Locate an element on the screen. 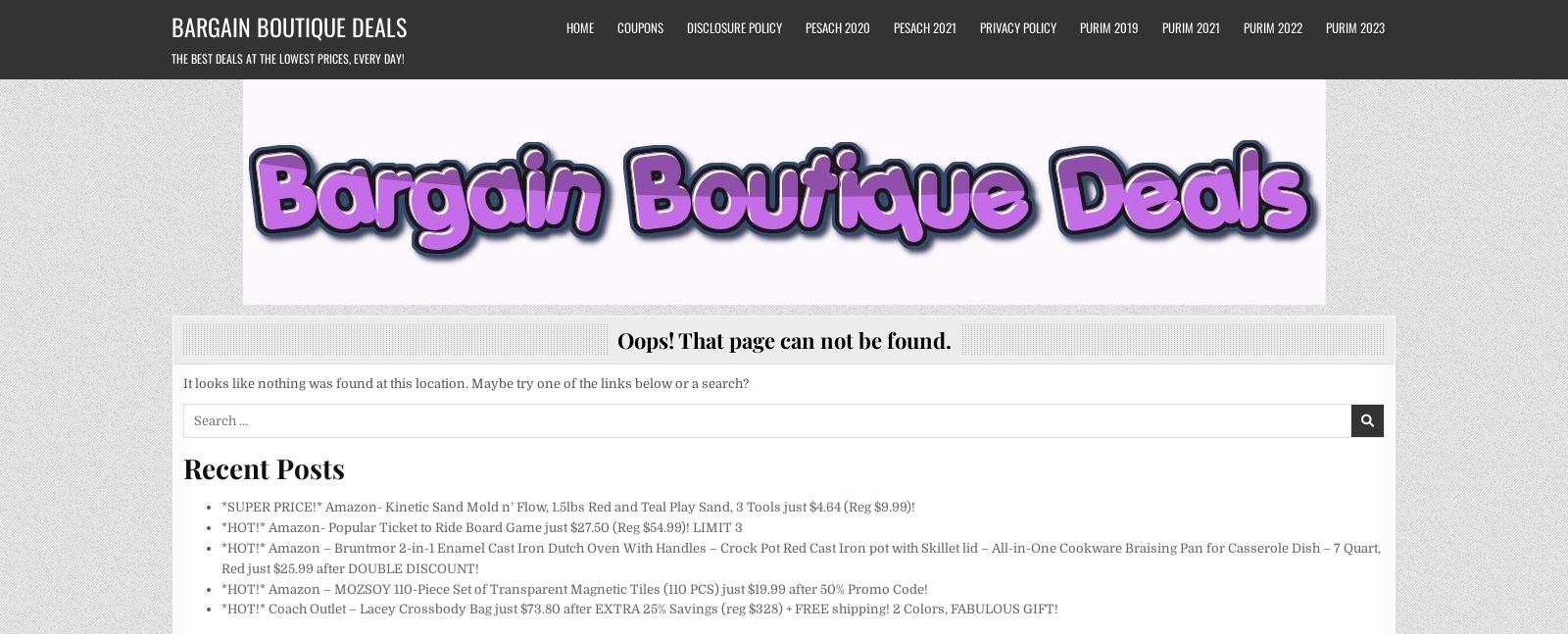 This screenshot has height=634, width=1568. '*HOT!* Amazon – MOZSOY 110-Piece Set of Transparent Magnetic Tiles (110 PCS) just $19.99 after 50% Promo Code!' is located at coordinates (220, 588).